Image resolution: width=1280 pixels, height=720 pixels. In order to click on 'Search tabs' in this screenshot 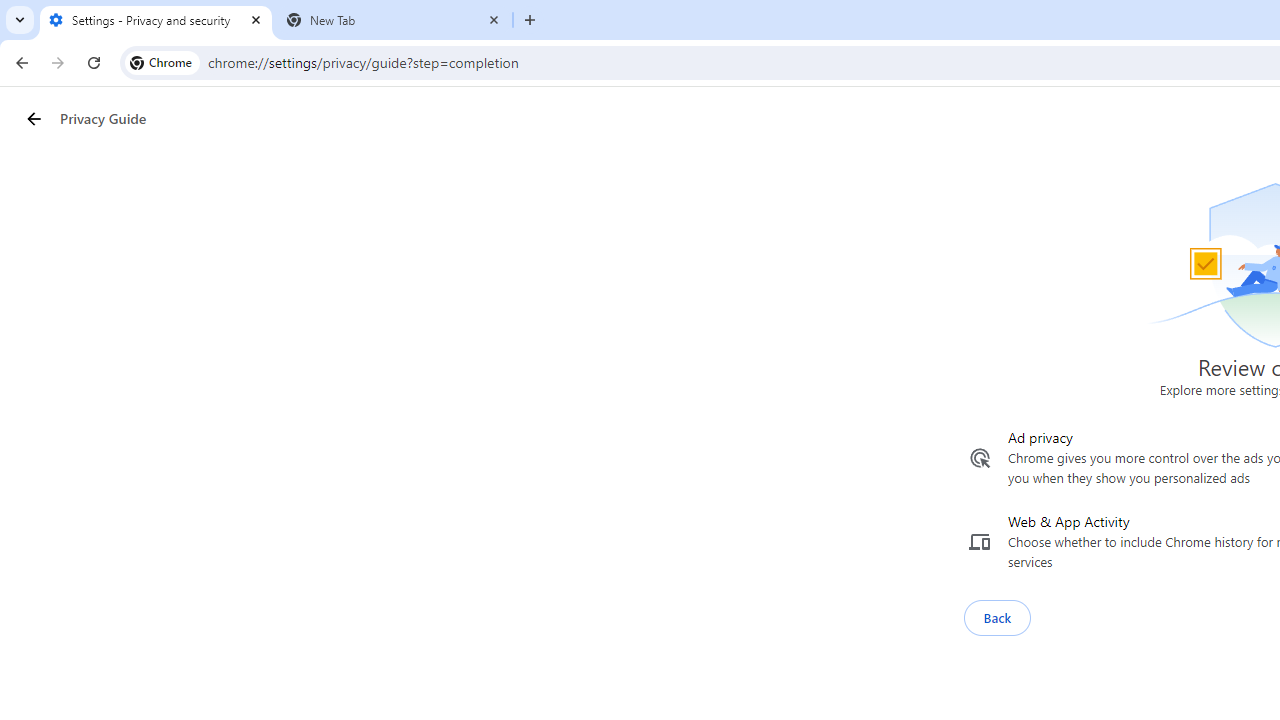, I will do `click(20, 20)`.